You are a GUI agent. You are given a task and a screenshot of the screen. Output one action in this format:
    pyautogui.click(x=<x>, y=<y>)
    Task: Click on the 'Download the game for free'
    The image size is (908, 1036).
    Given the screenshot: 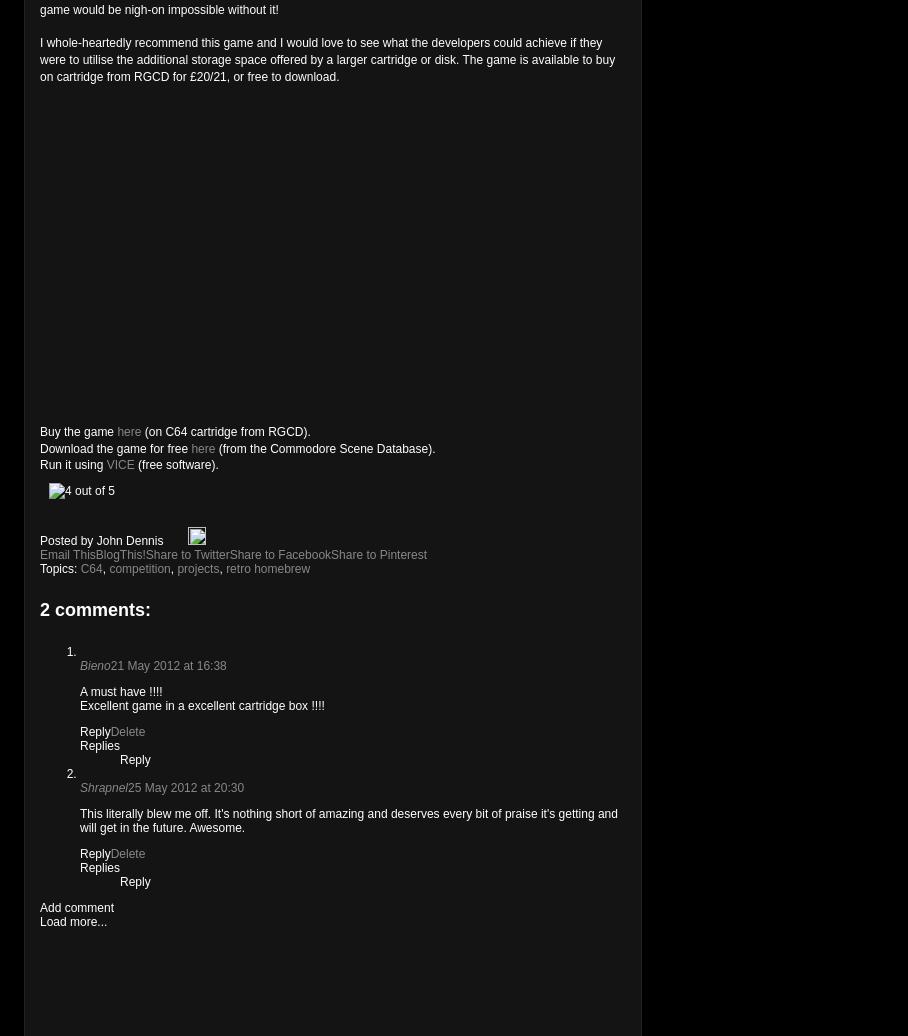 What is the action you would take?
    pyautogui.click(x=115, y=447)
    